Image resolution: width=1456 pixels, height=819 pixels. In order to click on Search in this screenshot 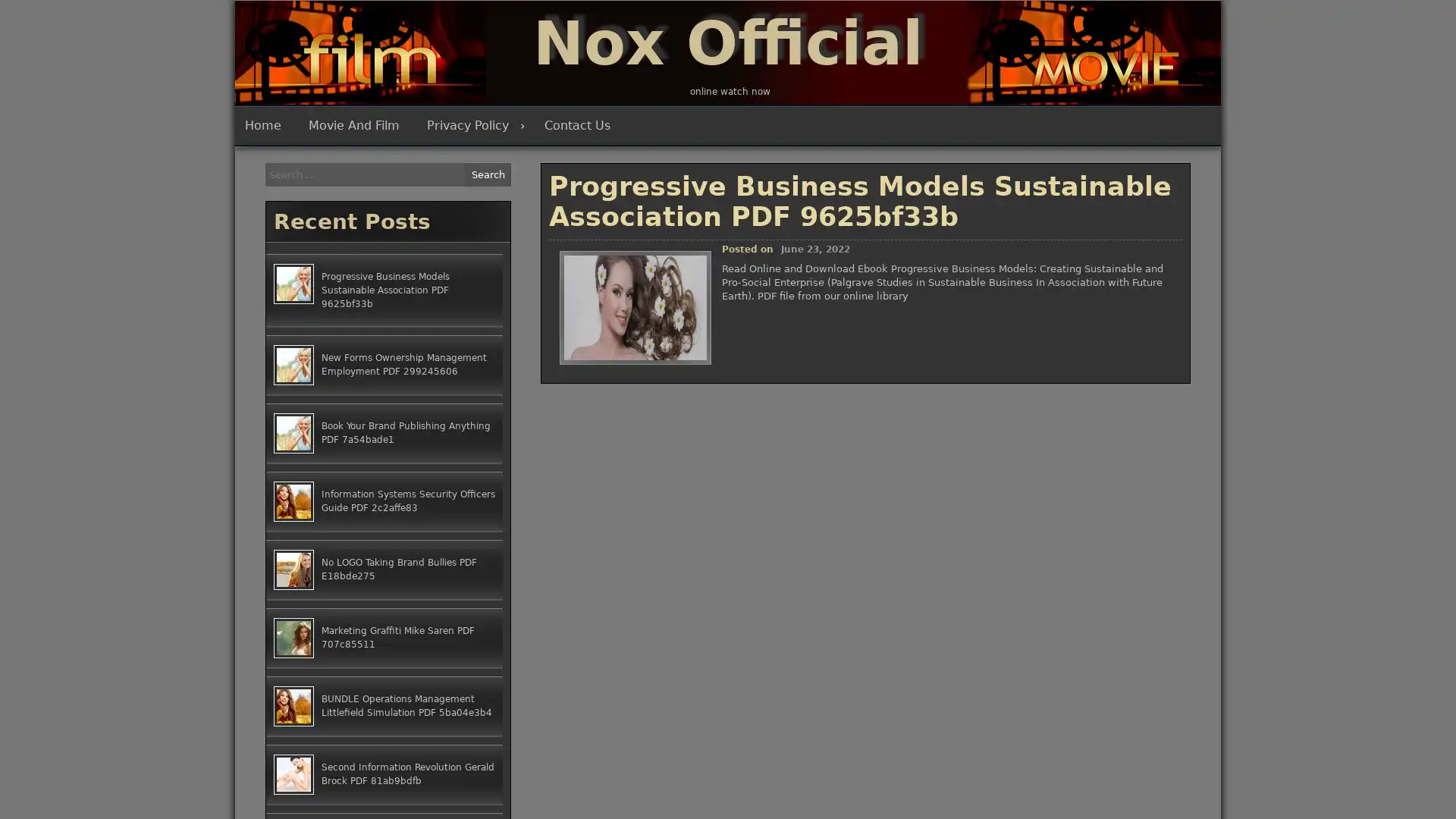, I will do `click(488, 174)`.